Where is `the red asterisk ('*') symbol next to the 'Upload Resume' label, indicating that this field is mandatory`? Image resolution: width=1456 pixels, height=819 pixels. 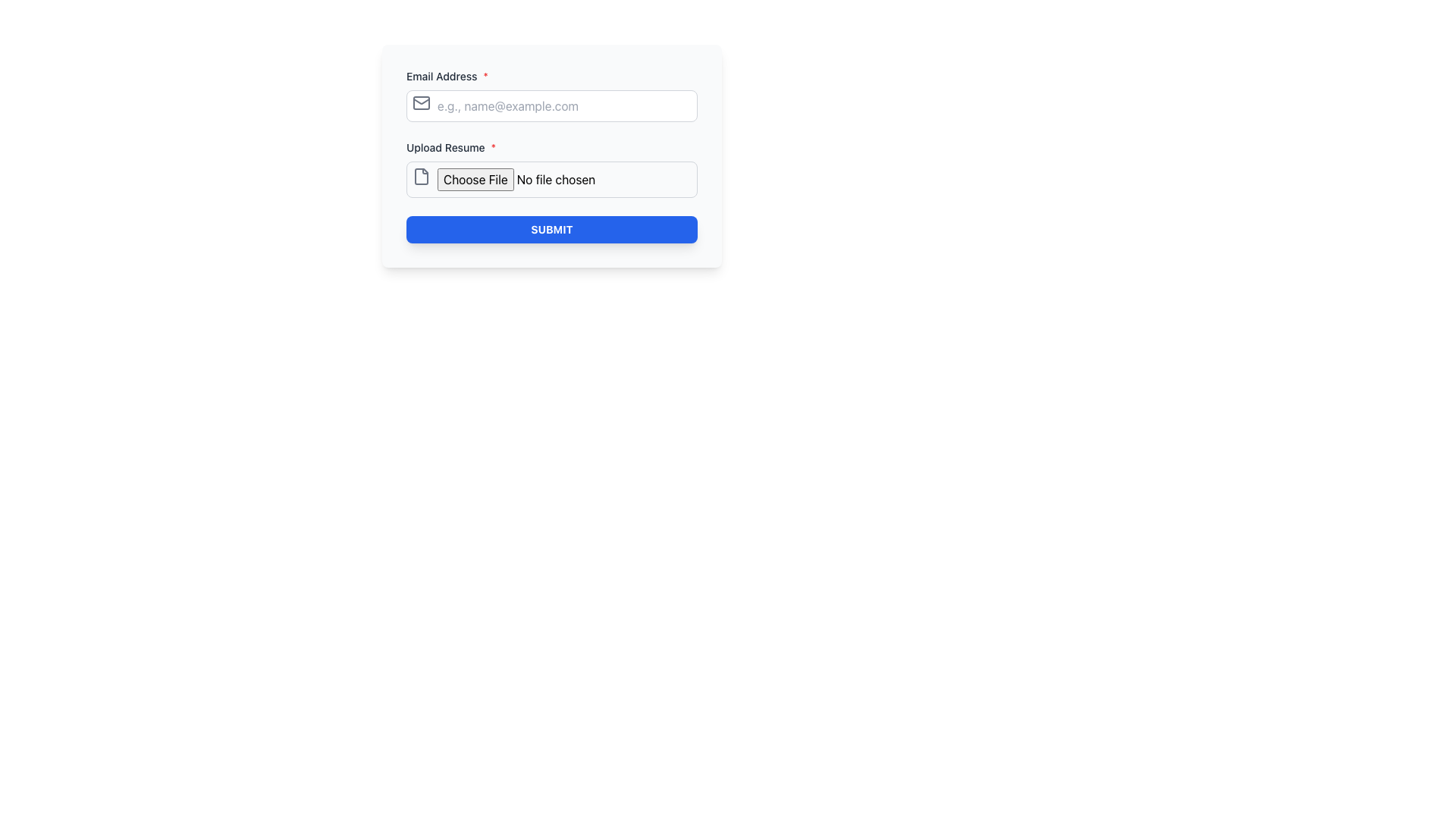
the red asterisk ('*') symbol next to the 'Upload Resume' label, indicating that this field is mandatory is located at coordinates (493, 148).